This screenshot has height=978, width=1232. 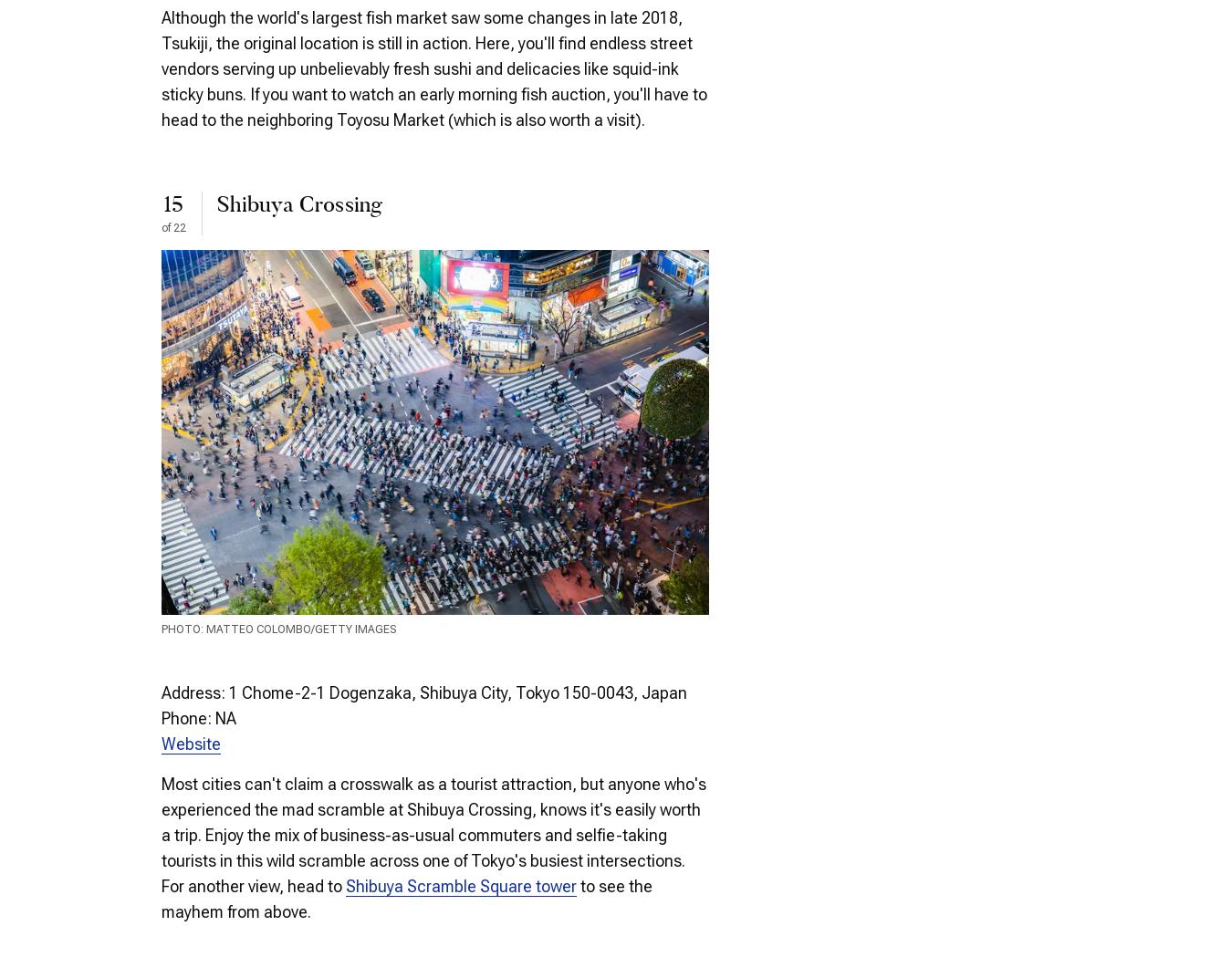 What do you see at coordinates (423, 692) in the screenshot?
I see `'Address: 1 Chome-2-1 Dogenzaka, Shibuya City, Tokyo 150-0043, Japan'` at bounding box center [423, 692].